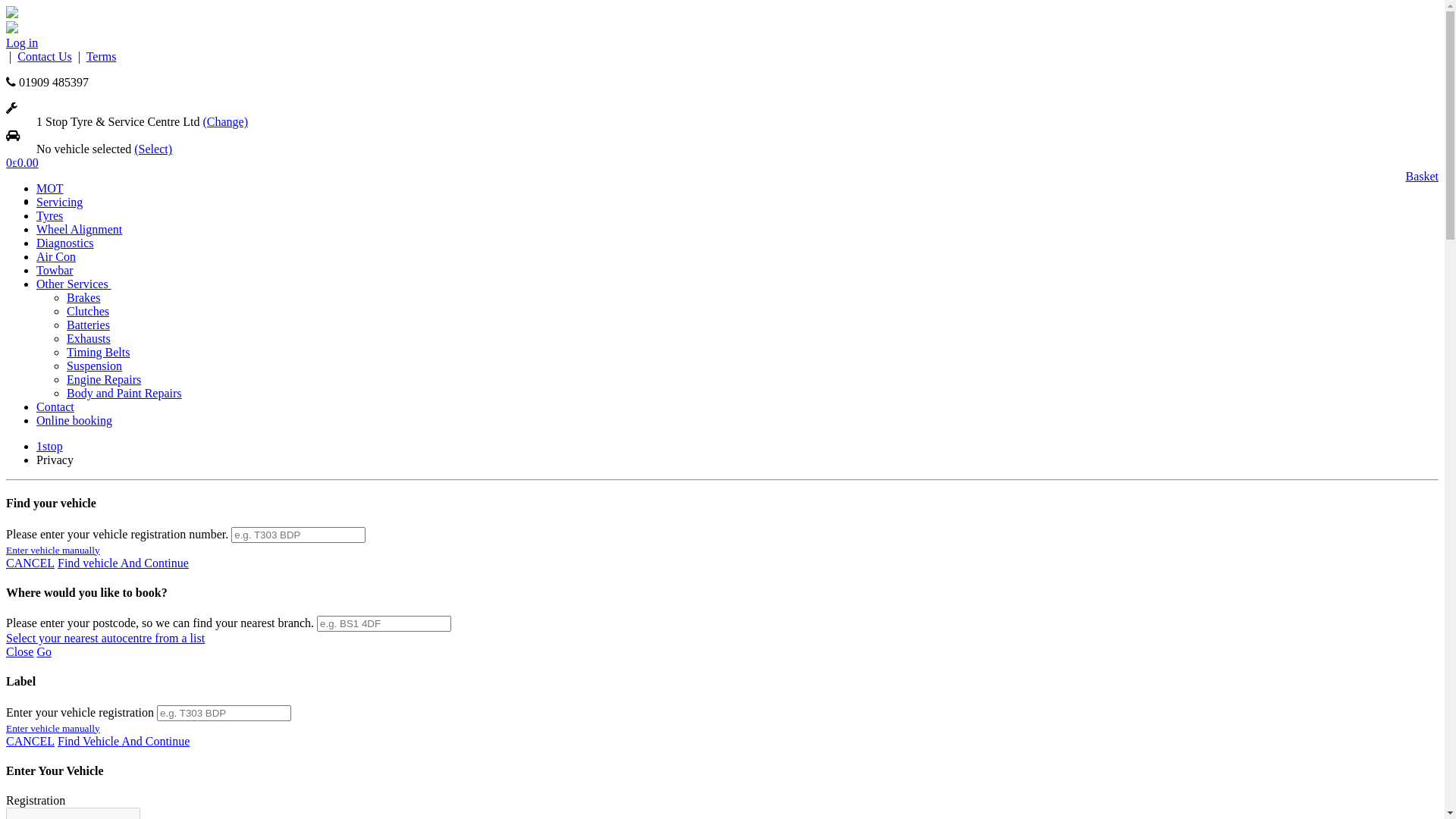  What do you see at coordinates (73, 284) in the screenshot?
I see `'Other Services '` at bounding box center [73, 284].